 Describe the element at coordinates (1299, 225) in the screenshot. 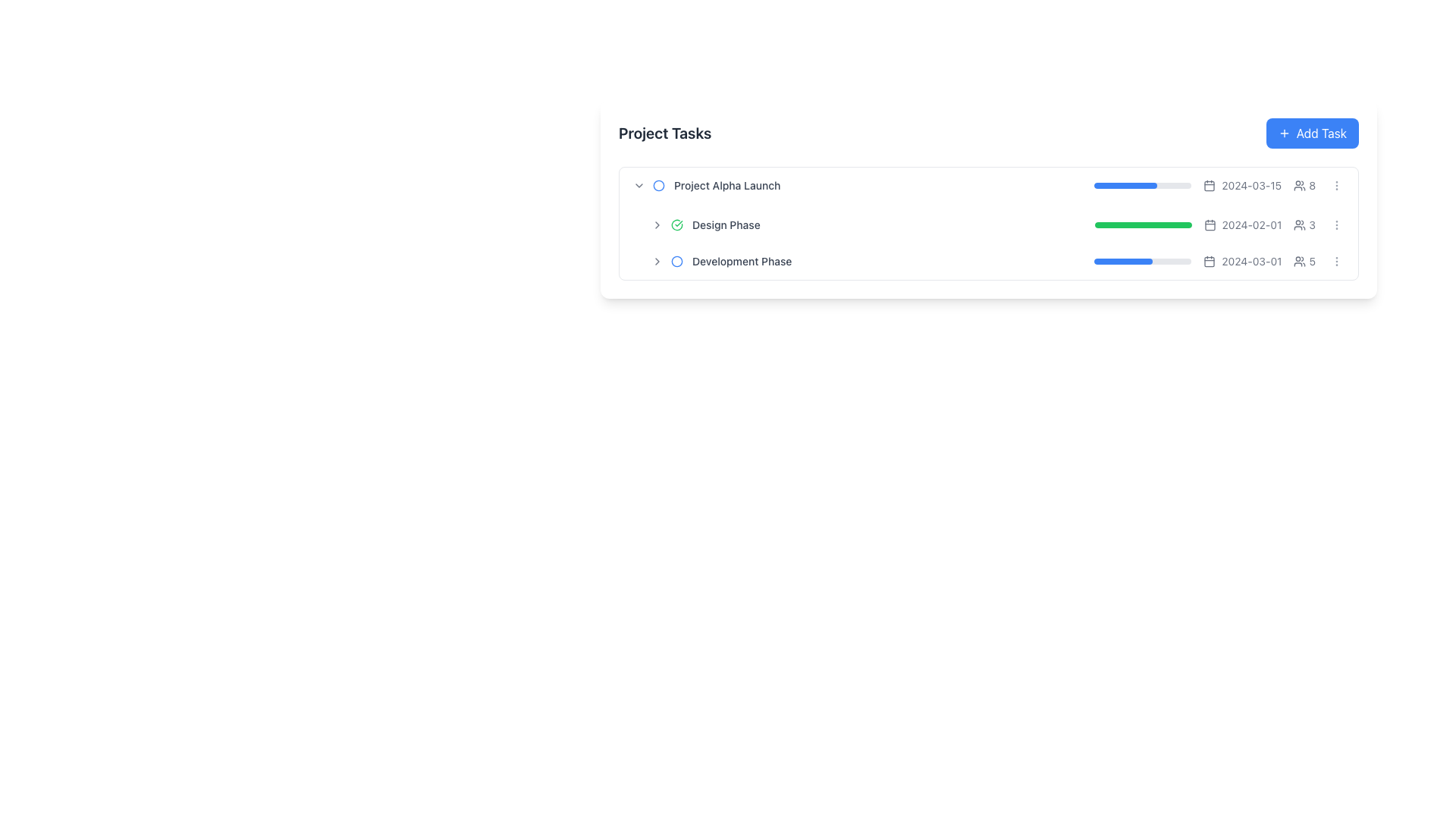

I see `the icon representing the number of users or team members associated with the 'Design Phase' task in the 'Project Tasks' list, located adjacent to the number '3'` at that location.